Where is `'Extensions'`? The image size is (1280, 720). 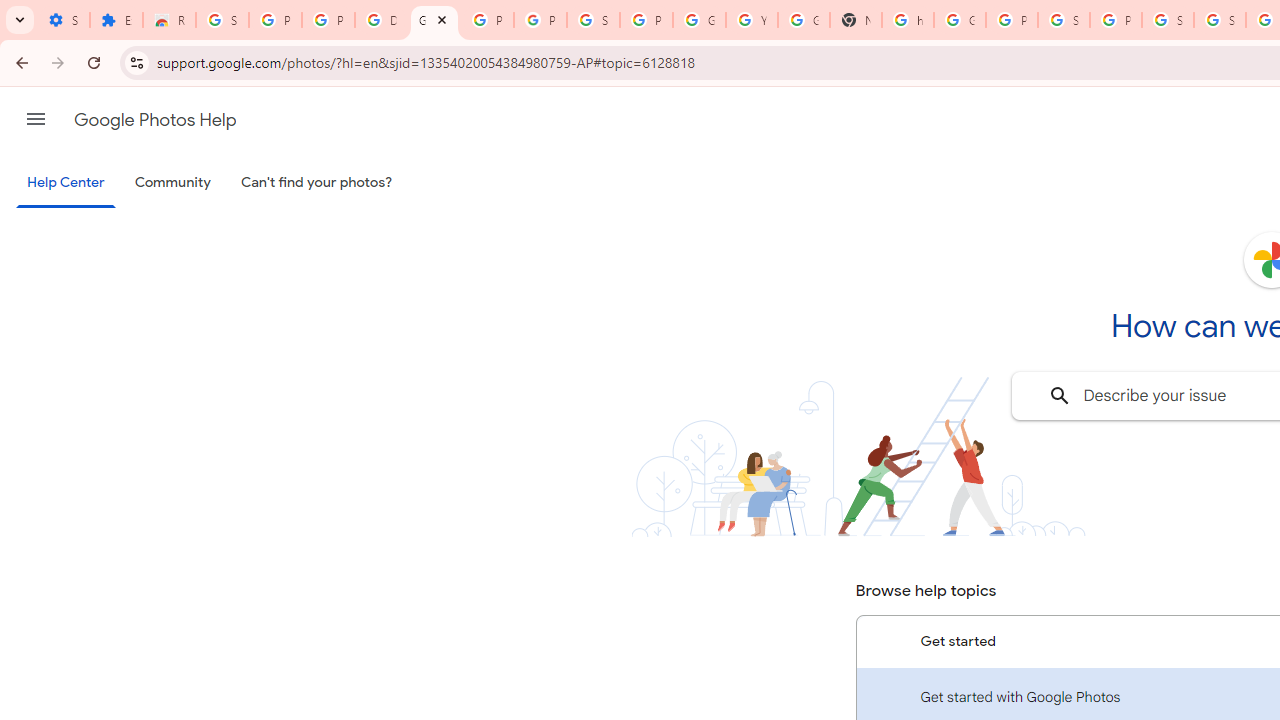
'Extensions' is located at coordinates (115, 20).